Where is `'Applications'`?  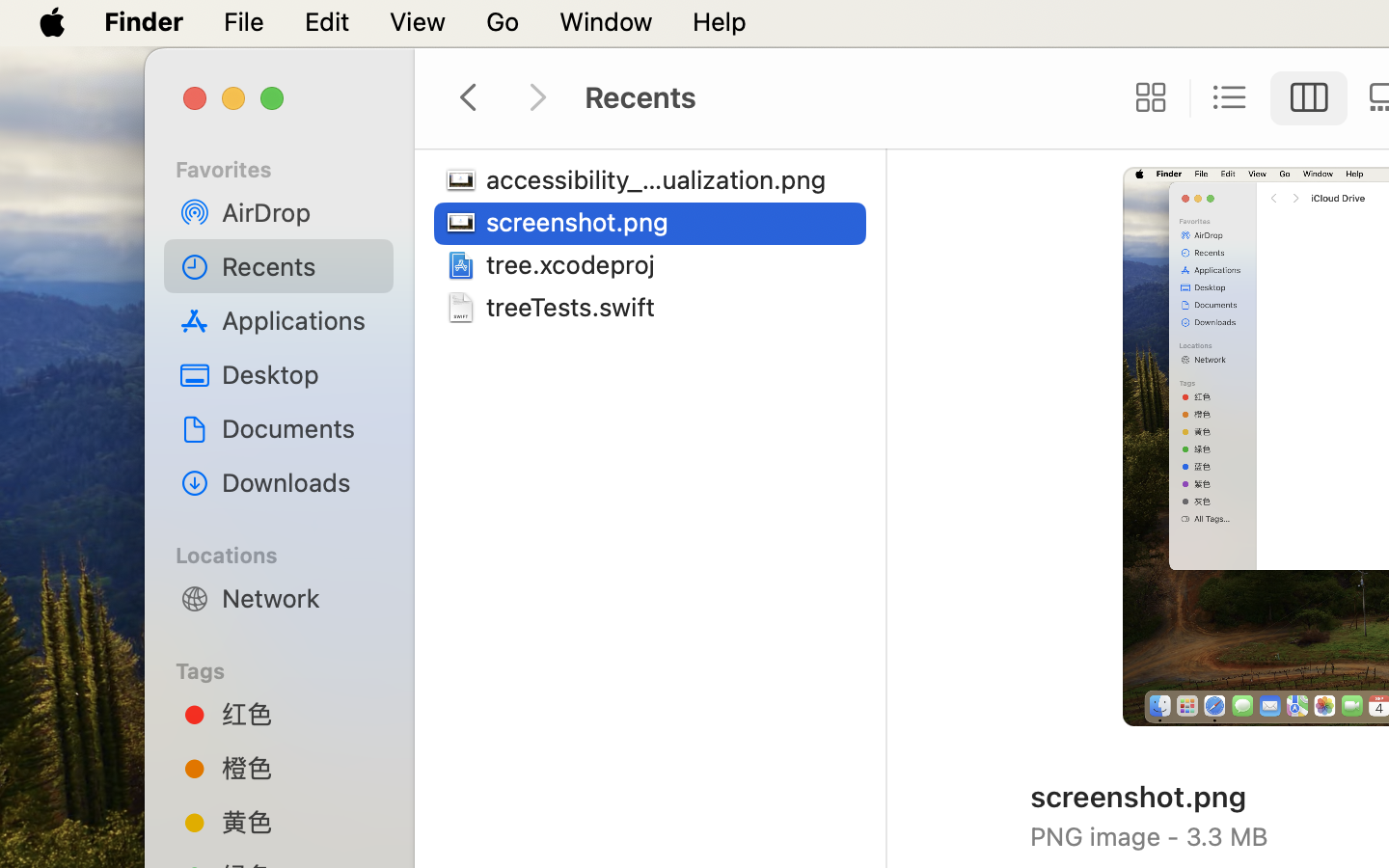 'Applications' is located at coordinates (300, 319).